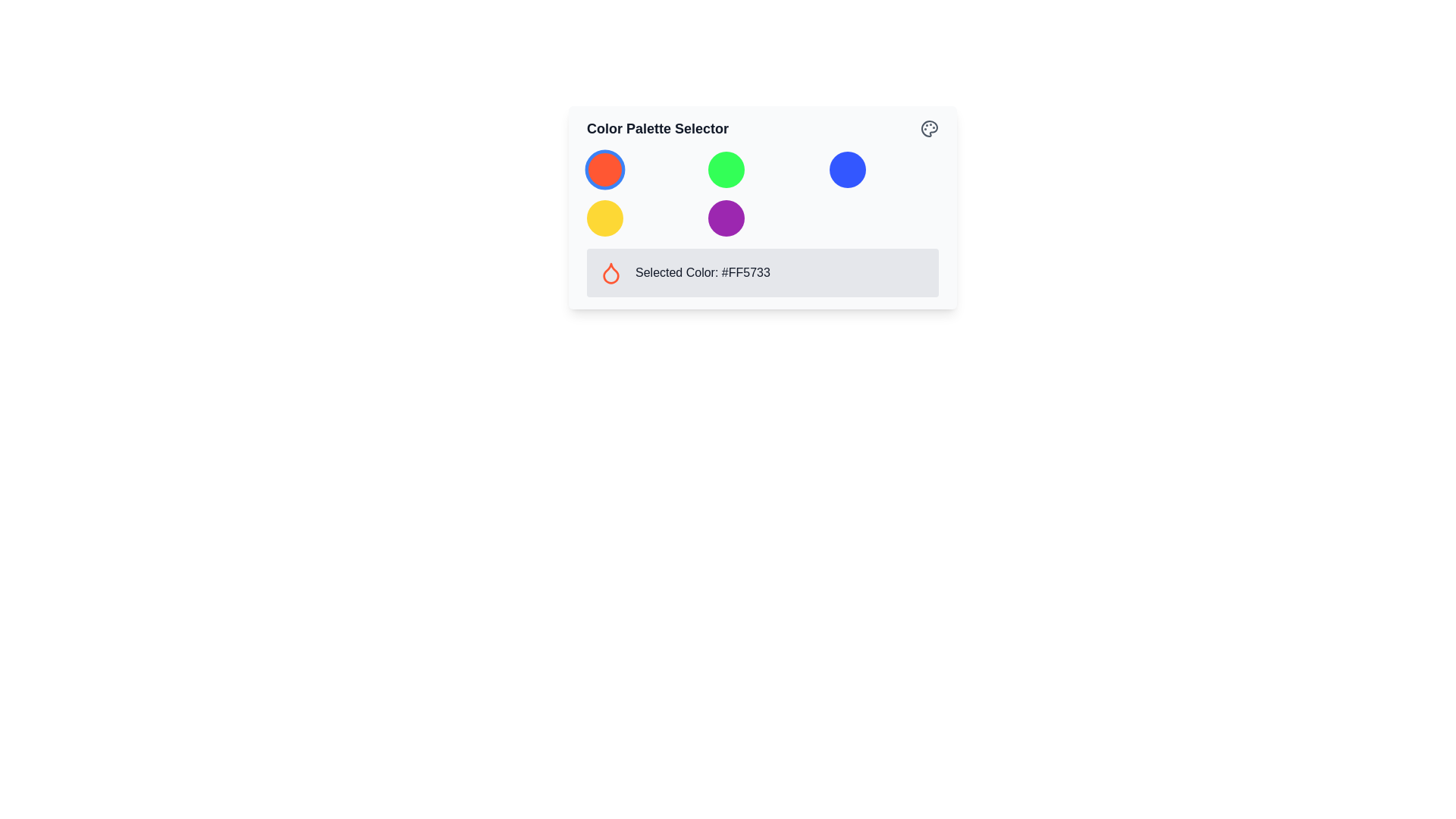 Image resolution: width=1456 pixels, height=819 pixels. Describe the element at coordinates (928, 127) in the screenshot. I see `the color palette options icon located in the top-right corner of the color palette interface card` at that location.